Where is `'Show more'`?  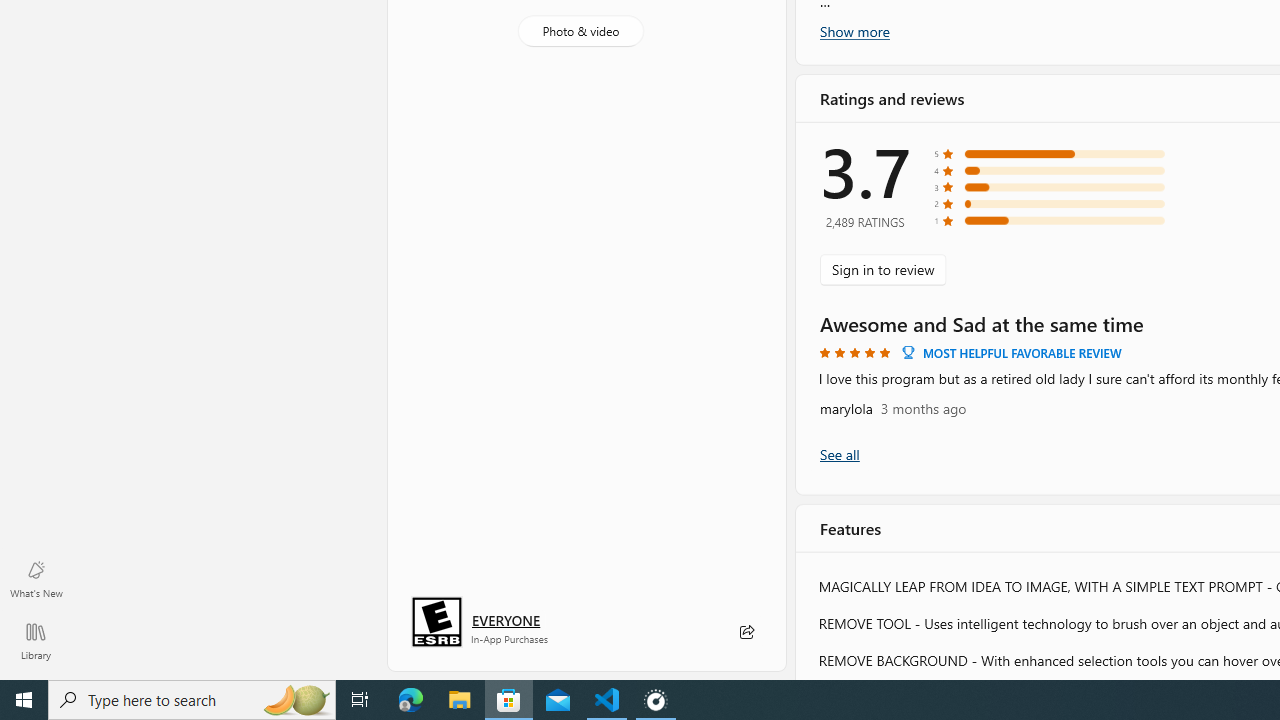
'Show more' is located at coordinates (855, 31).